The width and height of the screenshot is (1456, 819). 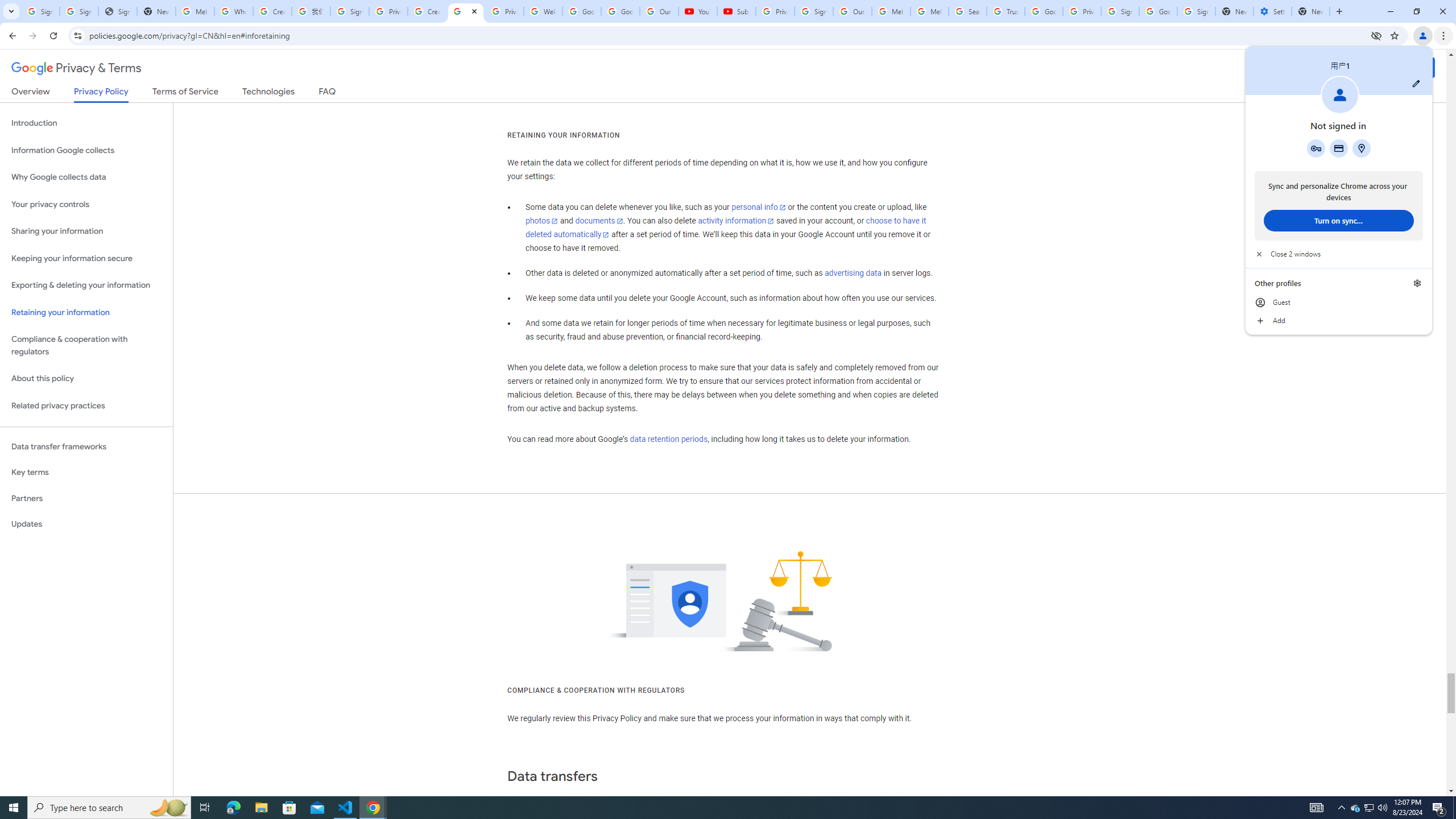 What do you see at coordinates (14, 806) in the screenshot?
I see `'Start'` at bounding box center [14, 806].